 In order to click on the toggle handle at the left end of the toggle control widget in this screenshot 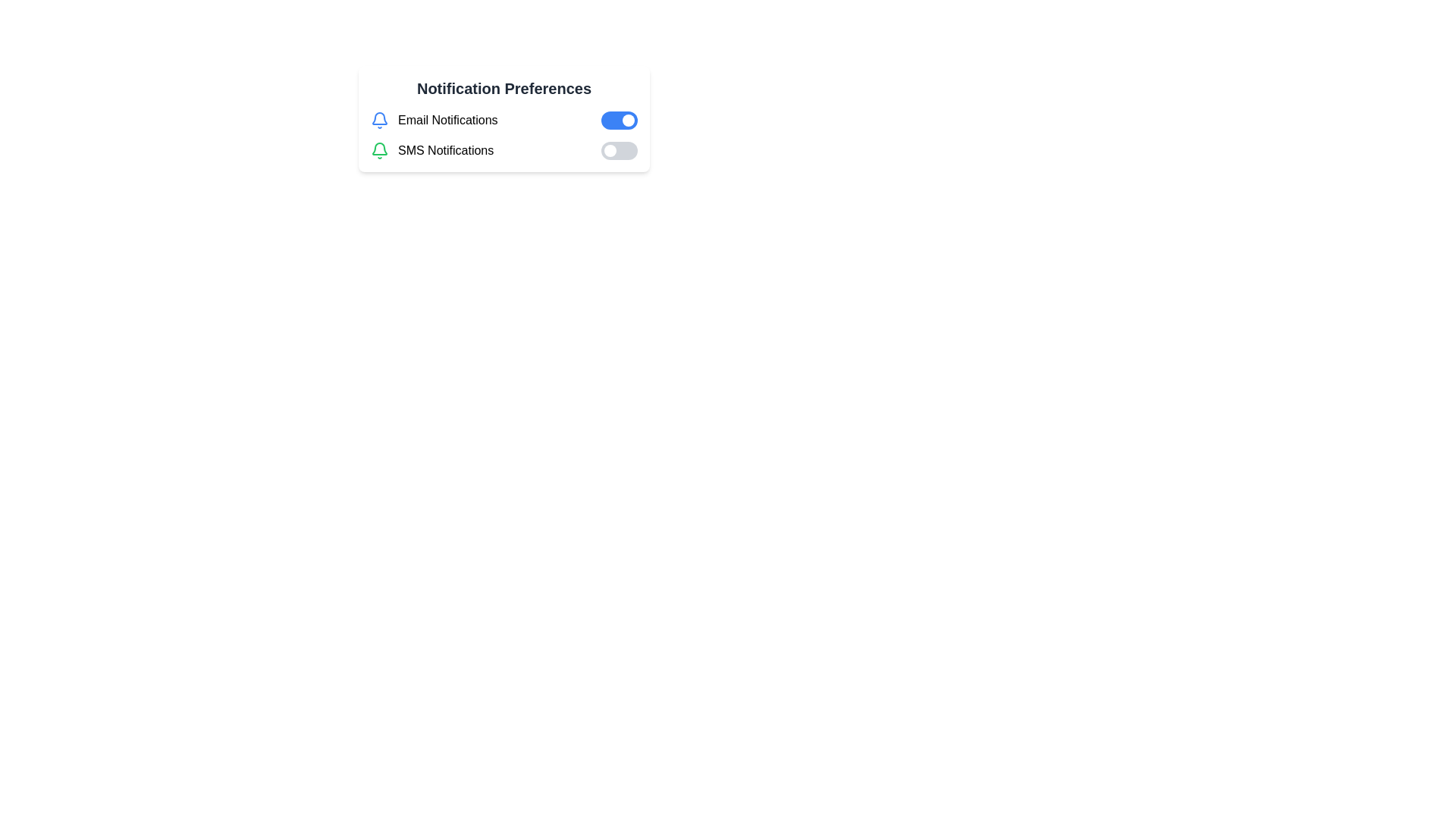, I will do `click(610, 151)`.